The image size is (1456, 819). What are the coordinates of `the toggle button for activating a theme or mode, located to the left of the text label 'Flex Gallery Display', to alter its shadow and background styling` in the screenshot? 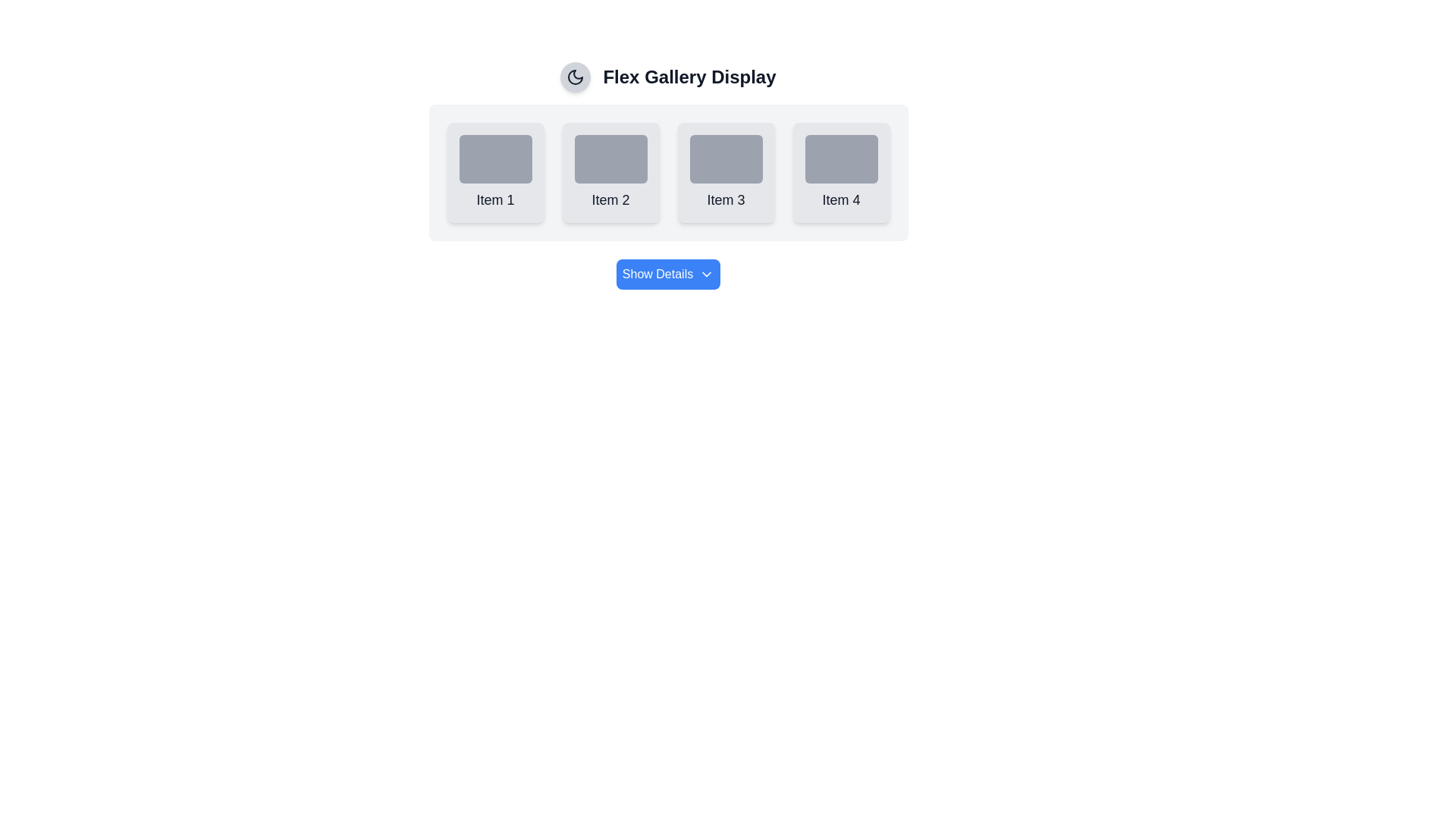 It's located at (575, 77).